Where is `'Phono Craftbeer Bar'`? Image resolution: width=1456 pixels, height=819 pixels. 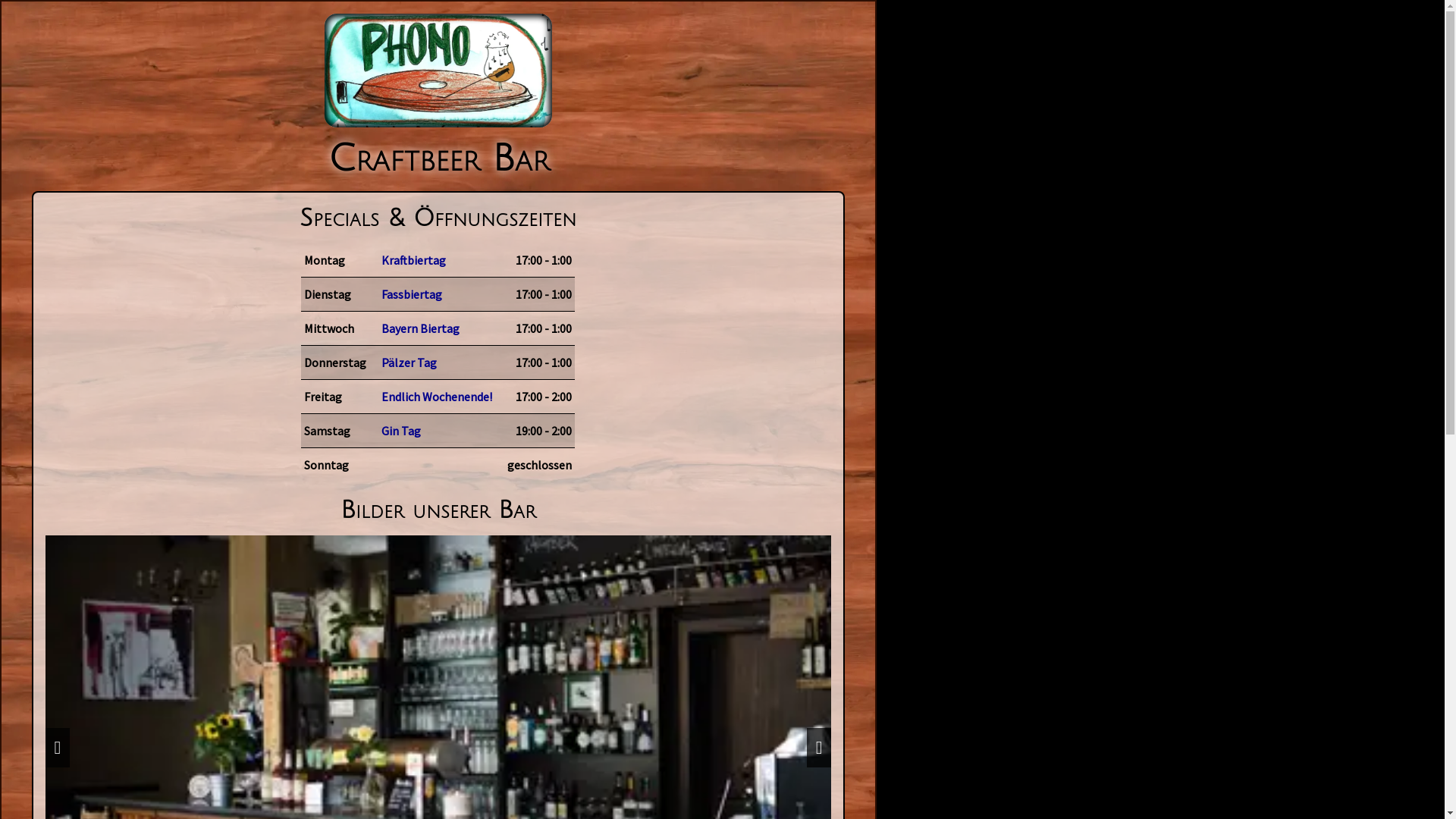 'Phono Craftbeer Bar' is located at coordinates (437, 70).